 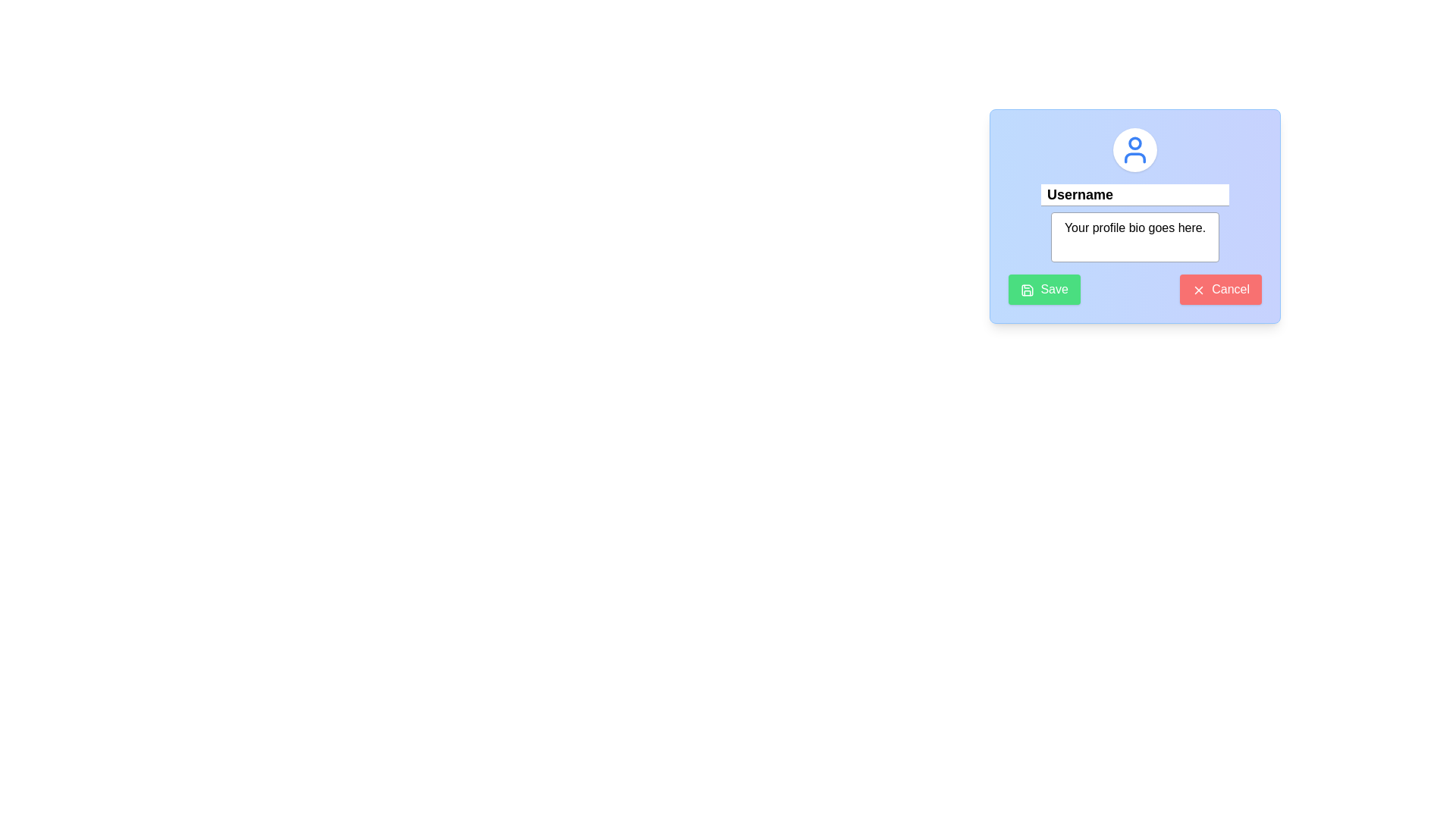 What do you see at coordinates (1220, 289) in the screenshot?
I see `the red 'Cancel' button with a cross icon on its left side` at bounding box center [1220, 289].